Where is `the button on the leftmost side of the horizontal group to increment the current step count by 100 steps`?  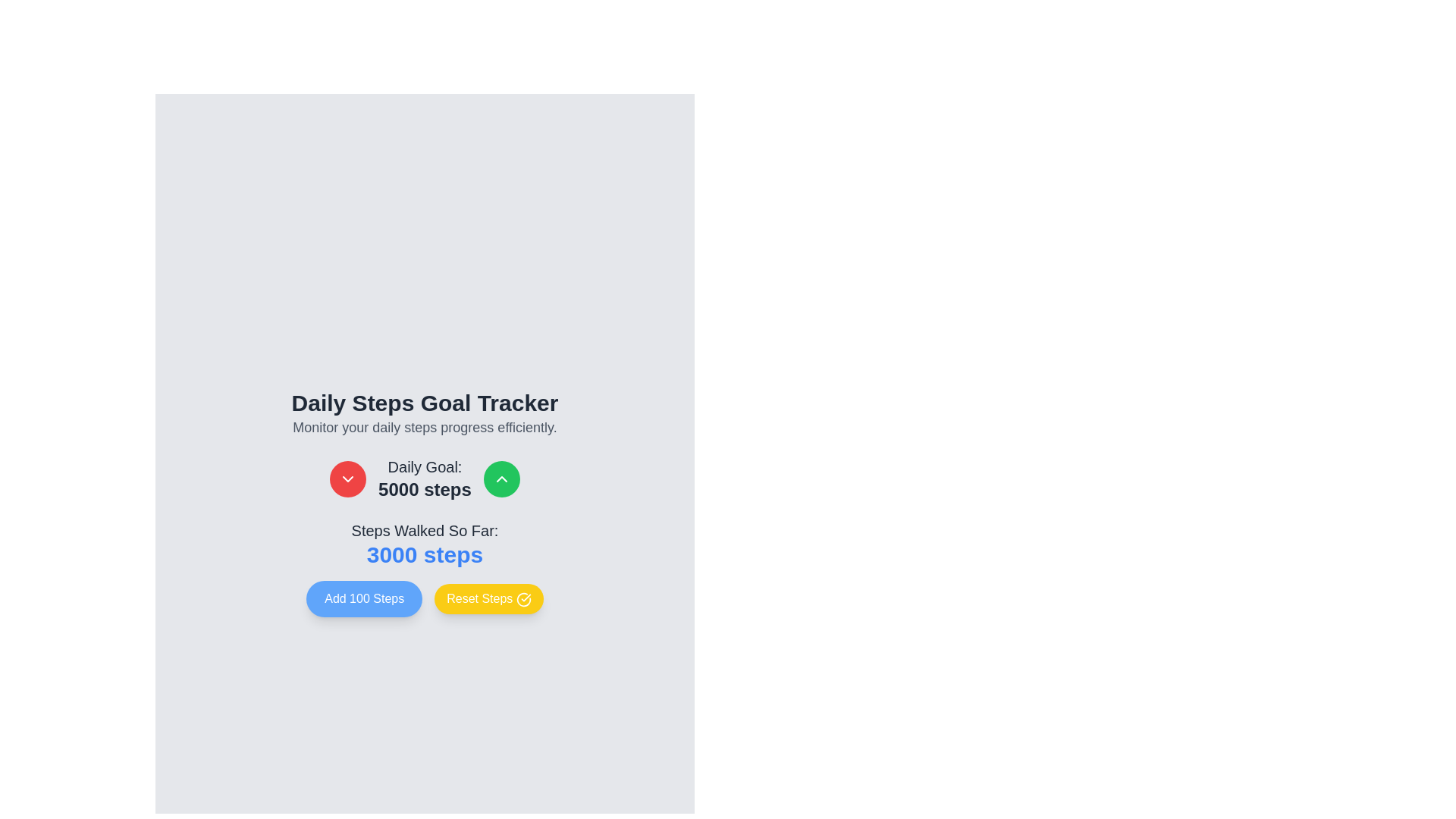
the button on the leftmost side of the horizontal group to increment the current step count by 100 steps is located at coordinates (364, 598).